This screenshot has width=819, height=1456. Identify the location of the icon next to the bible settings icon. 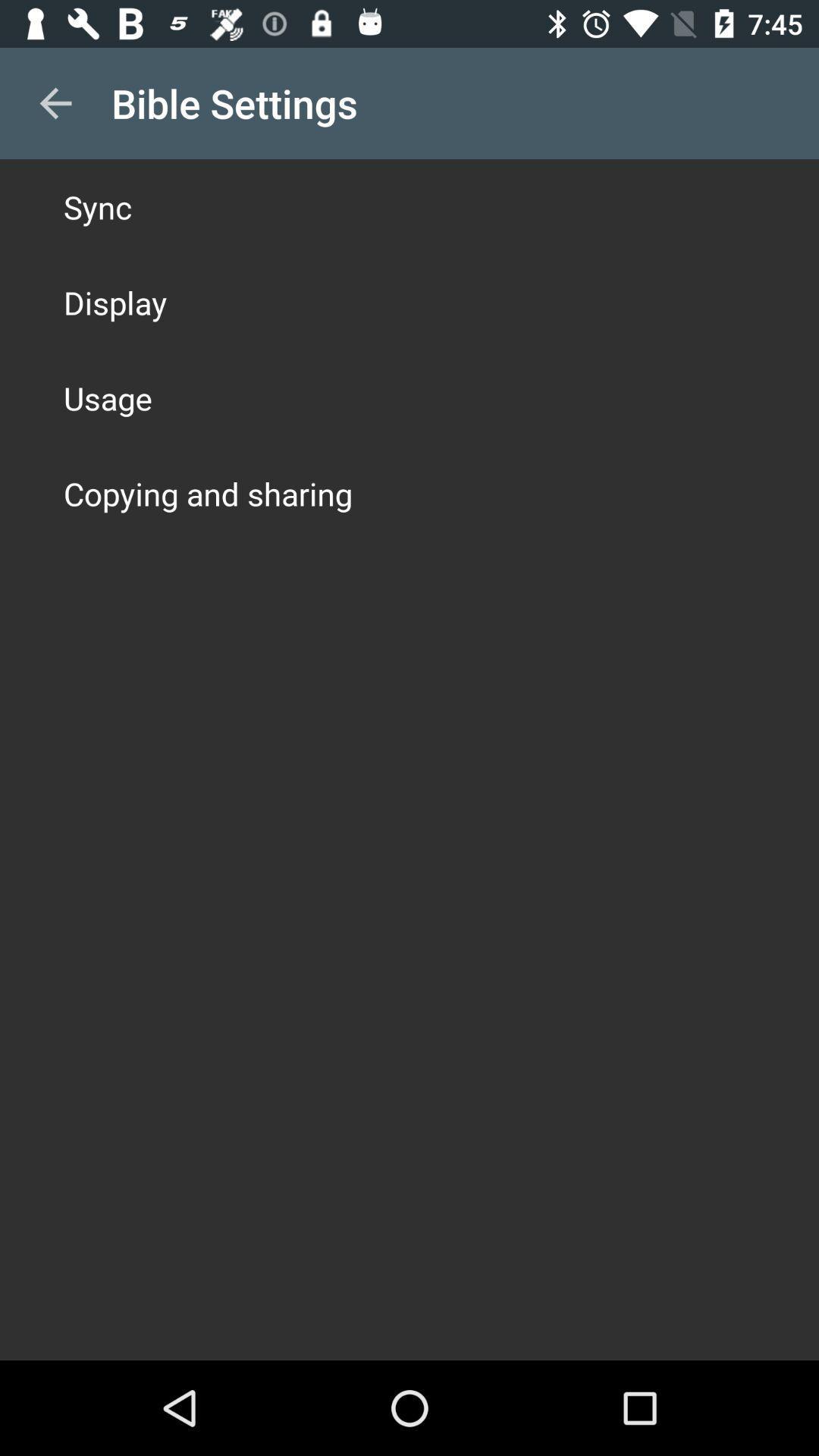
(55, 102).